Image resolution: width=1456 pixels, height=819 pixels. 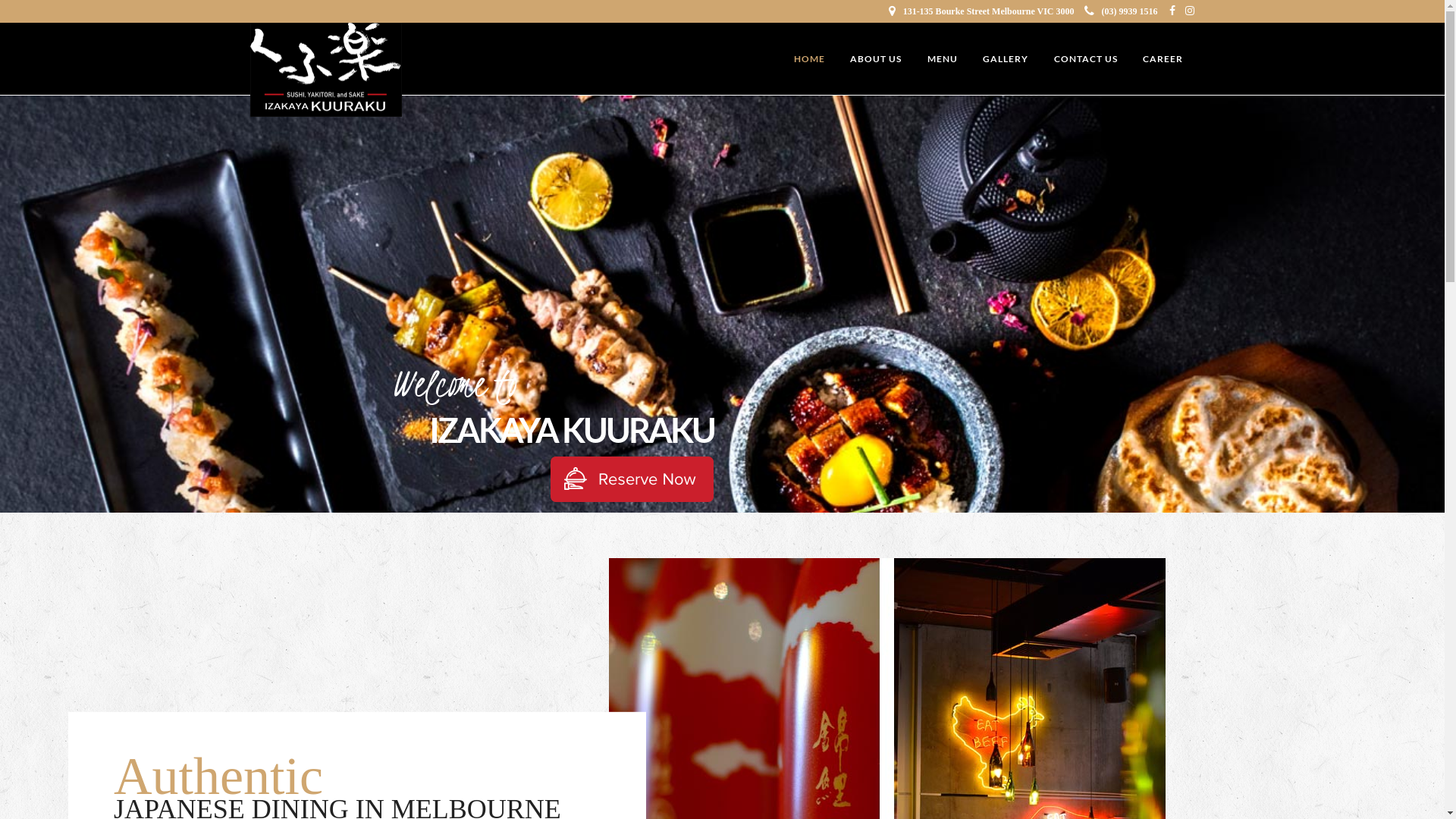 I want to click on 'GALLERY', so click(x=1005, y=58).